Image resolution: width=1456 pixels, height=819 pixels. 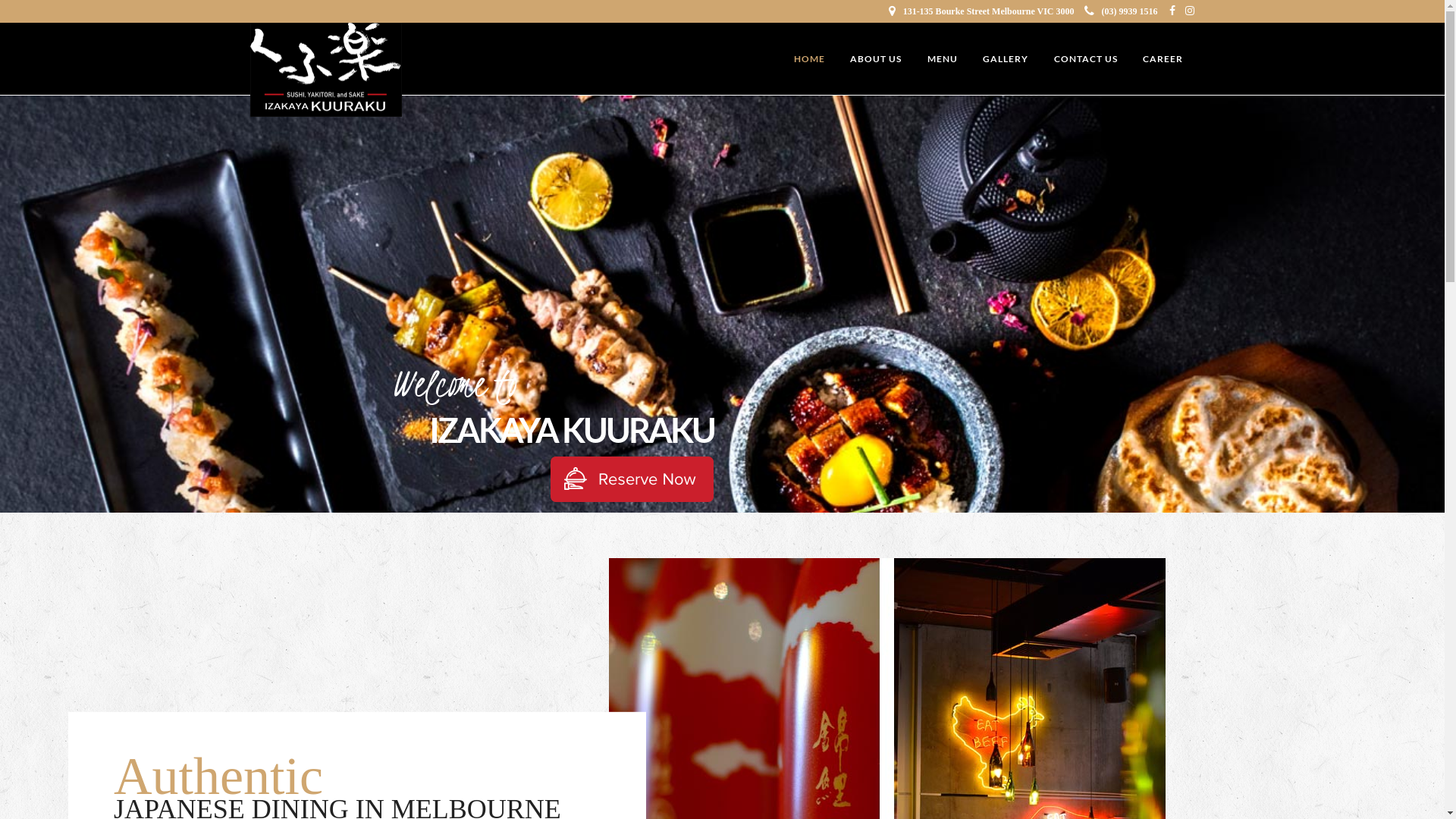 I want to click on 'GALLERY', so click(x=1005, y=58).